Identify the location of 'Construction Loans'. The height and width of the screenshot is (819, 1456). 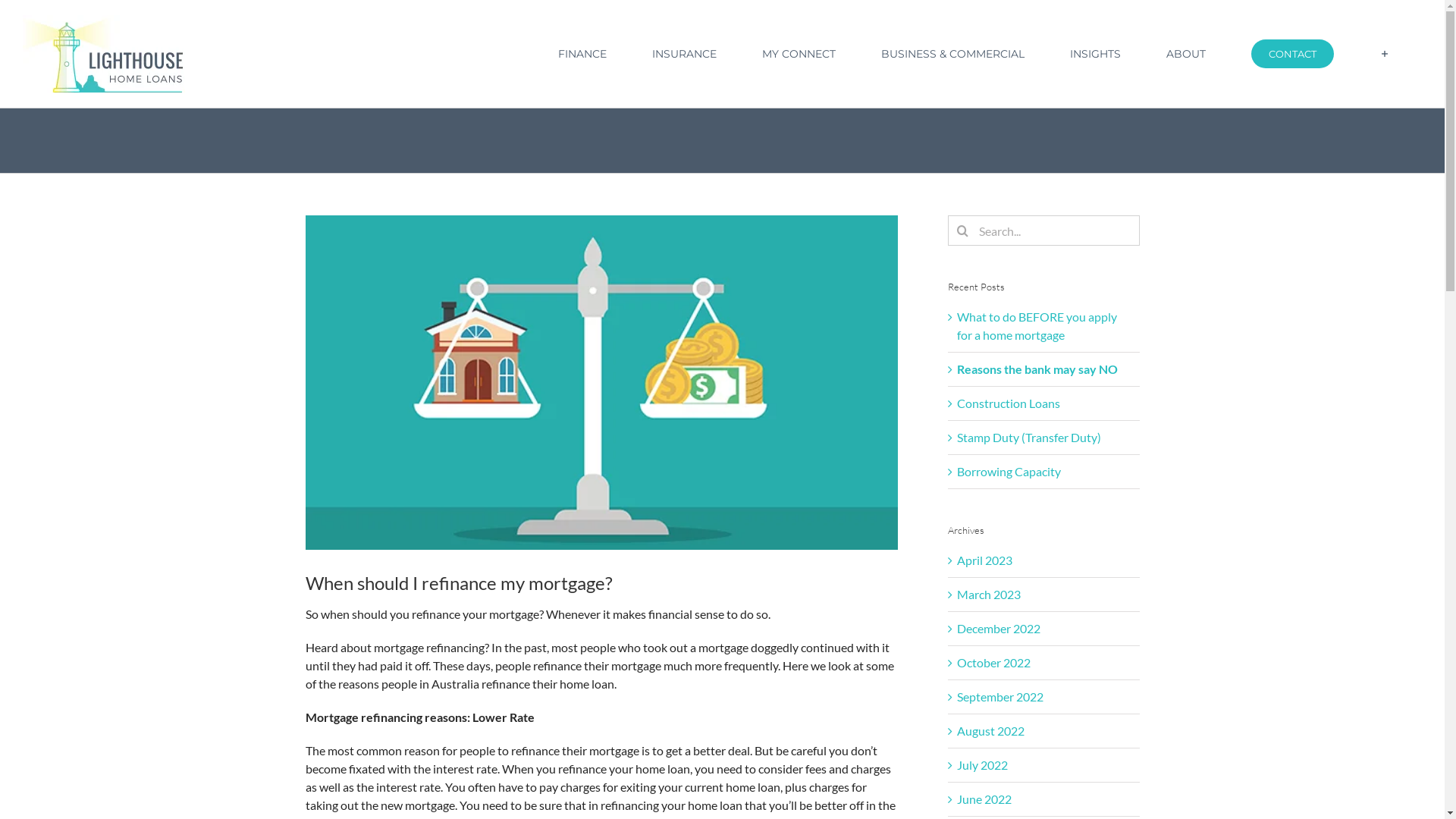
(1008, 402).